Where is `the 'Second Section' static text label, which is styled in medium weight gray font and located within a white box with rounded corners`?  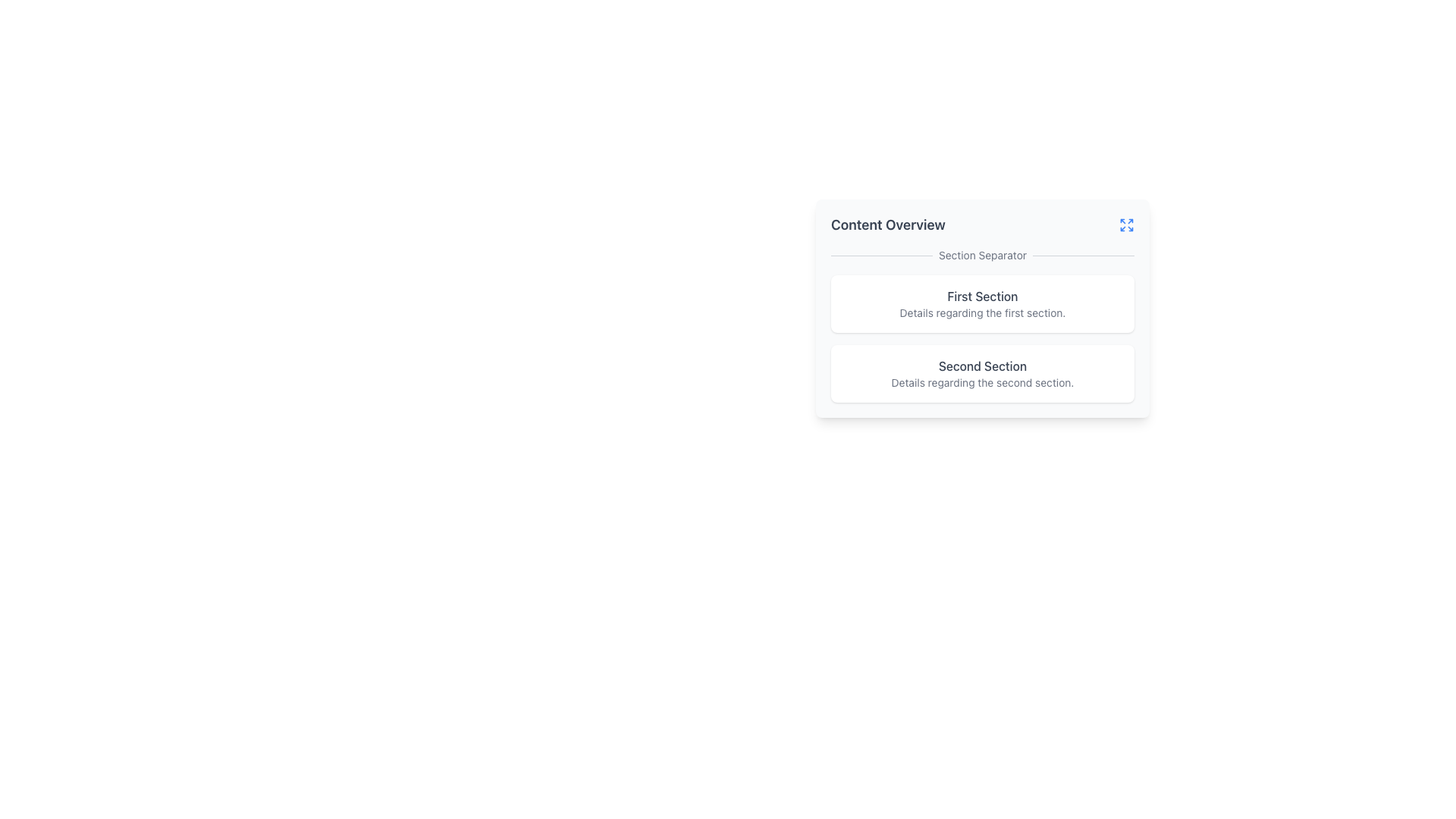 the 'Second Section' static text label, which is styled in medium weight gray font and located within a white box with rounded corners is located at coordinates (983, 366).